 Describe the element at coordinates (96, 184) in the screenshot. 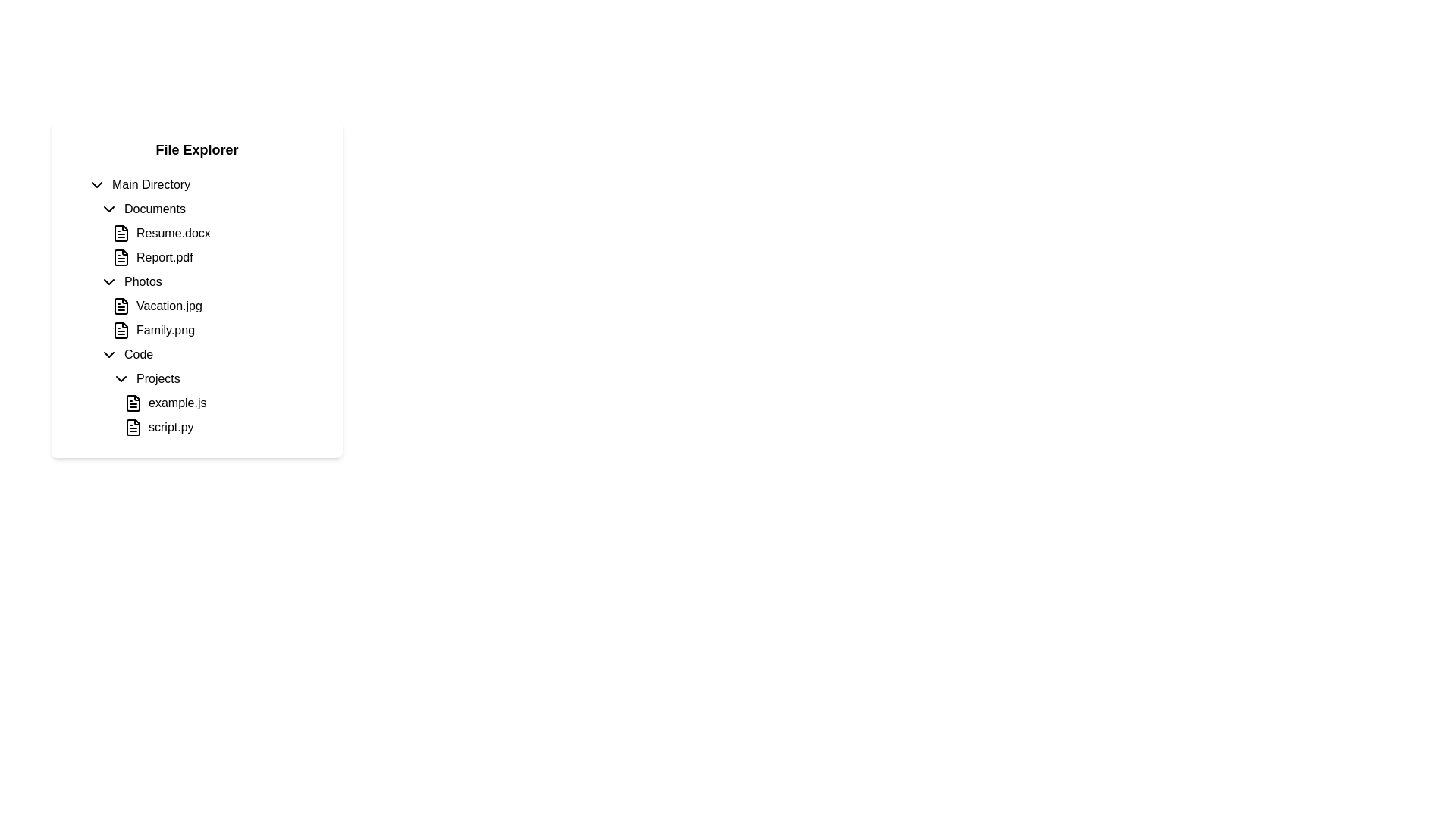

I see `the interactive chevron icon that indicates the expansion or collapse of the 'Main Directory' section for visual feedback` at that location.